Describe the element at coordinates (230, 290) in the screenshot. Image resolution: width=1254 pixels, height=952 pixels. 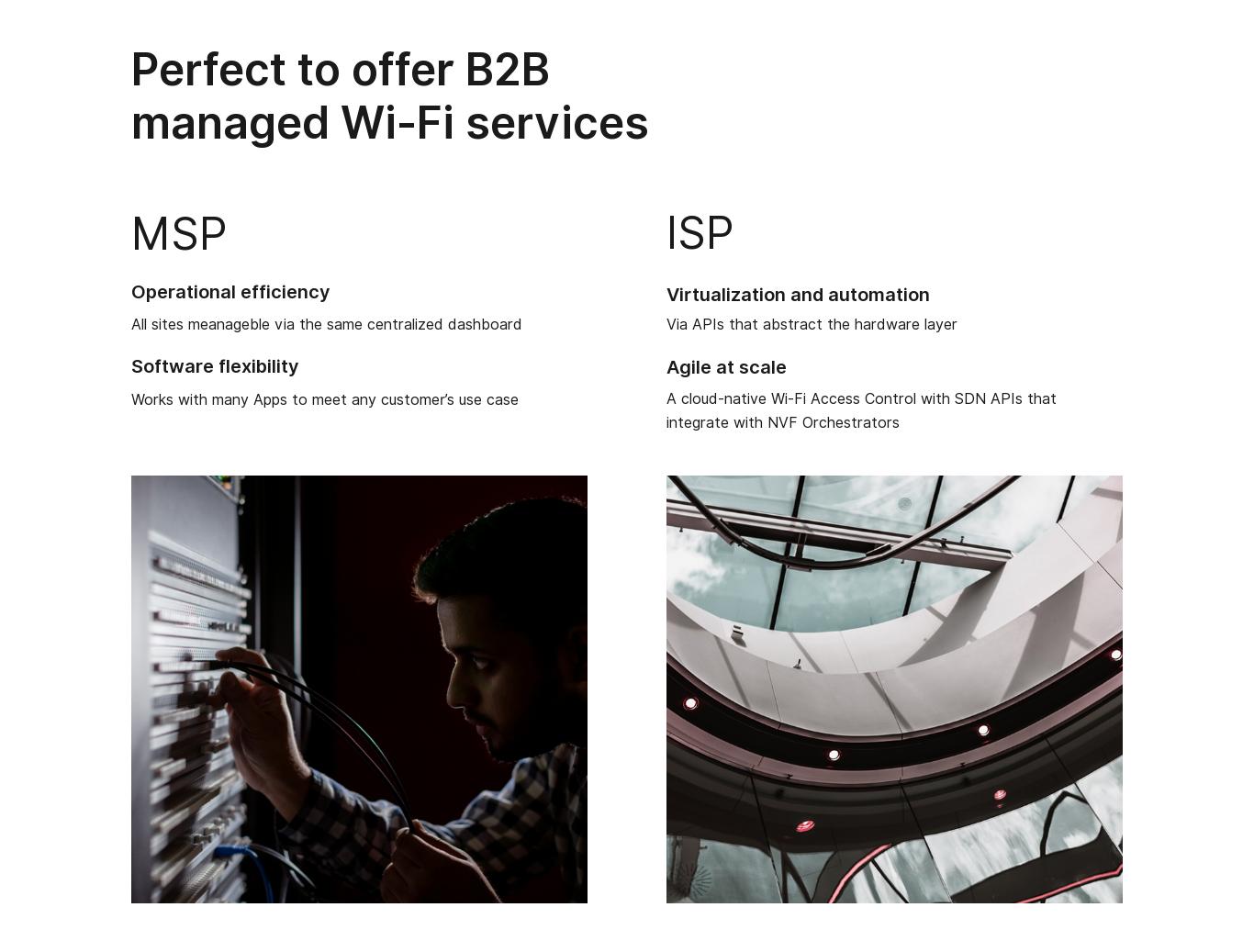
I see `'Operational efficiency'` at that location.